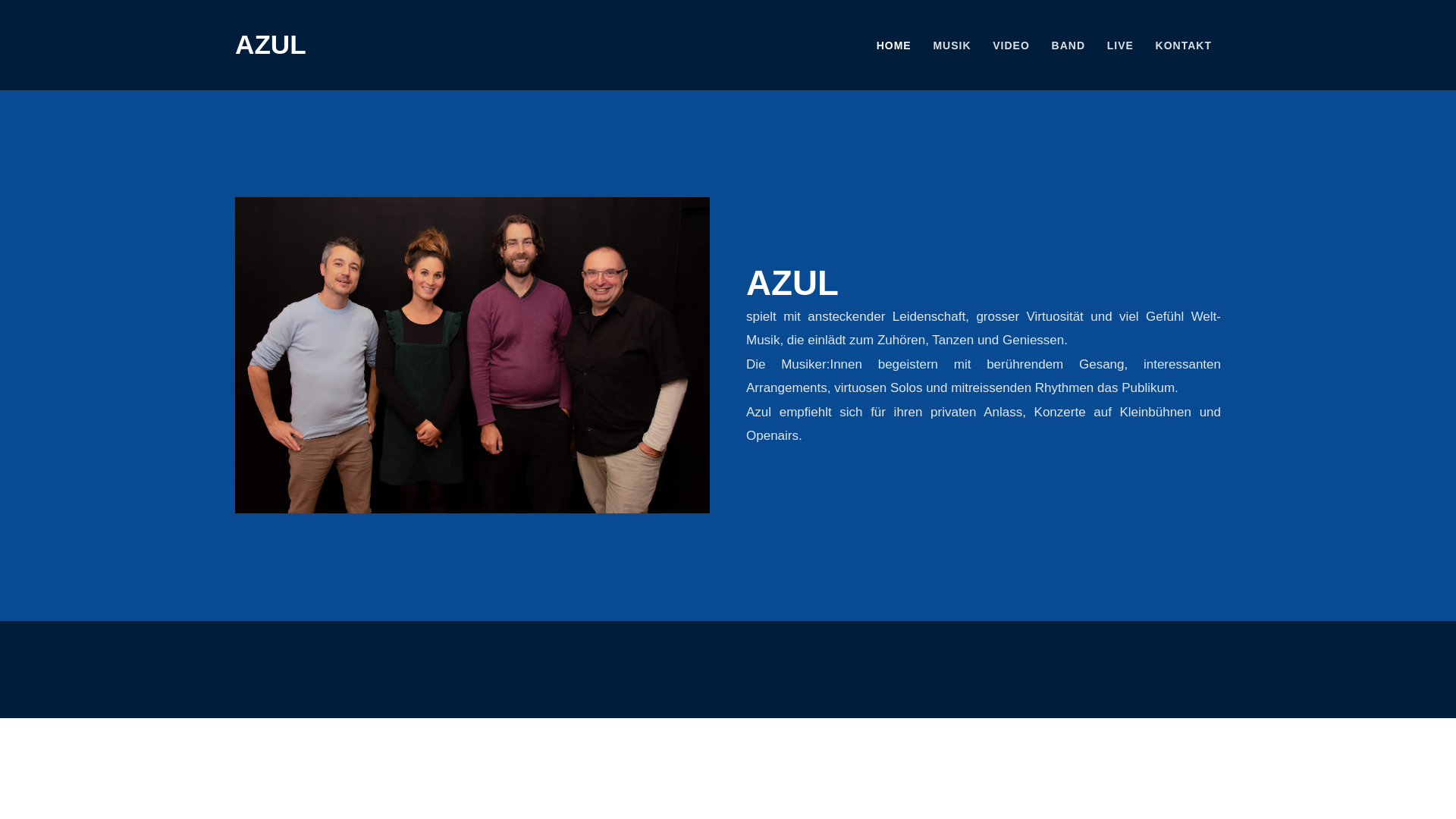 The width and height of the screenshot is (1456, 819). I want to click on 'AZUL', so click(270, 43).